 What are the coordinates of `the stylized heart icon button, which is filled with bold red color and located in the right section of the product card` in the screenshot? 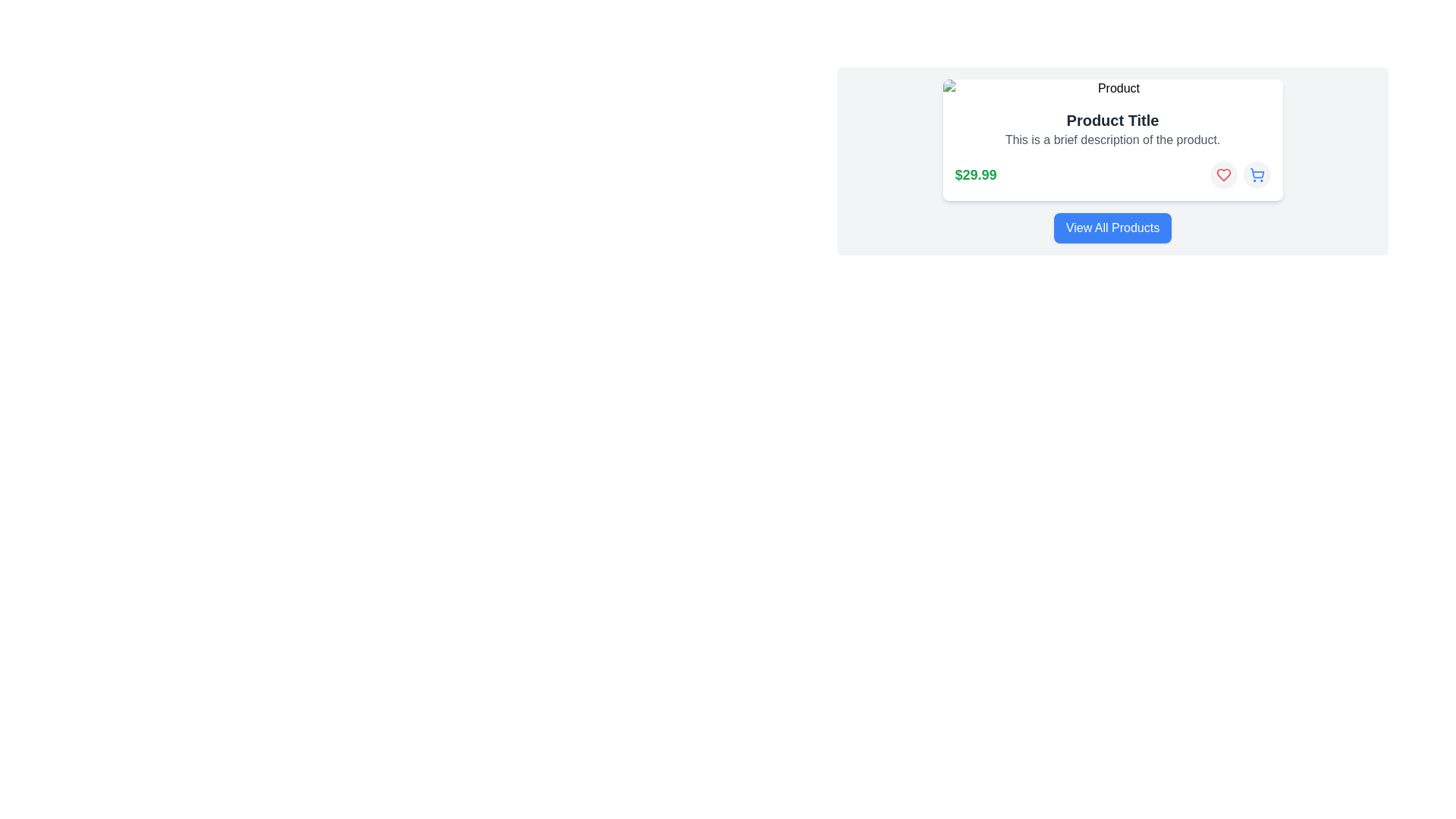 It's located at (1223, 174).